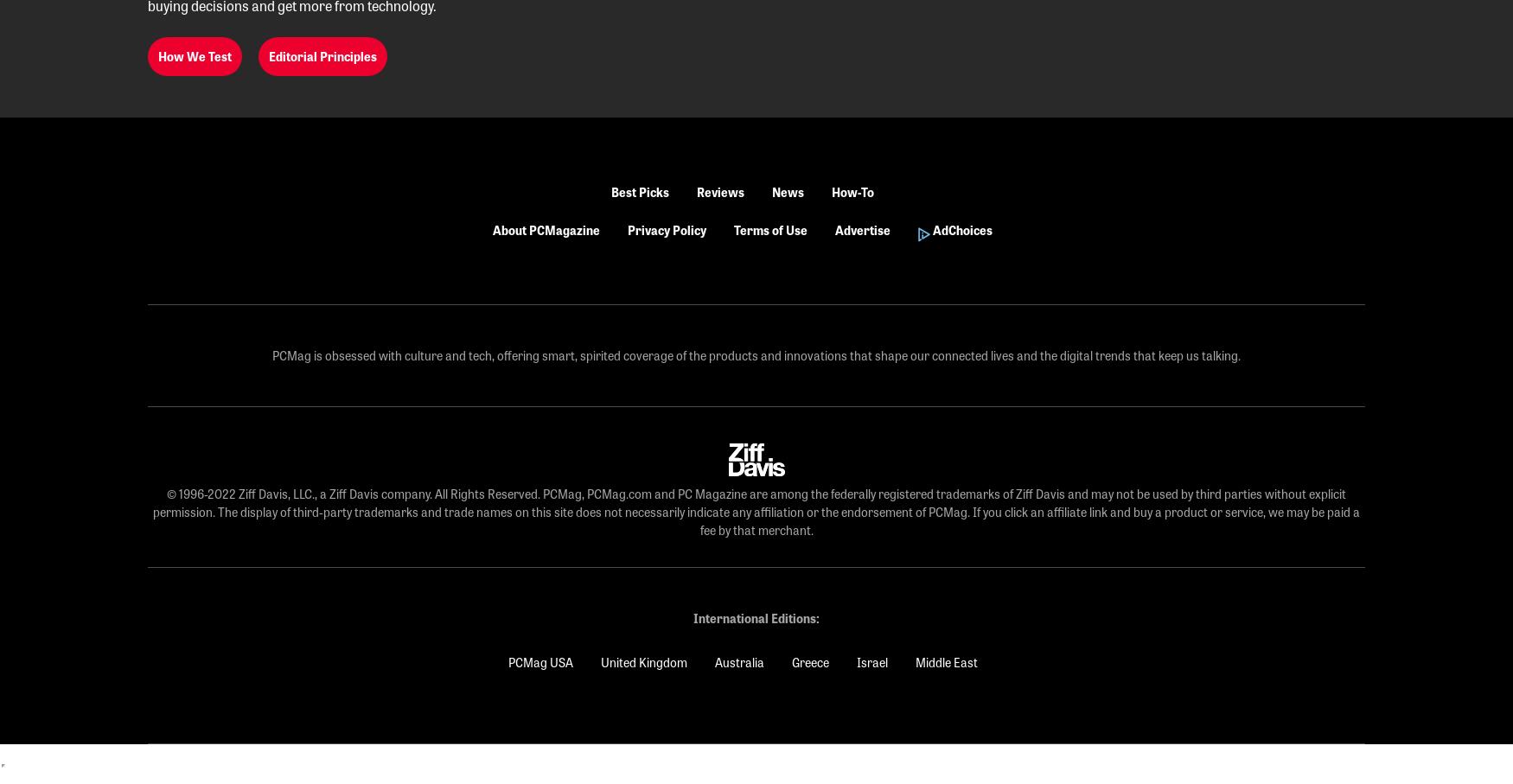 The image size is (1513, 784). Describe the element at coordinates (267, 56) in the screenshot. I see `'Editorial Principles'` at that location.